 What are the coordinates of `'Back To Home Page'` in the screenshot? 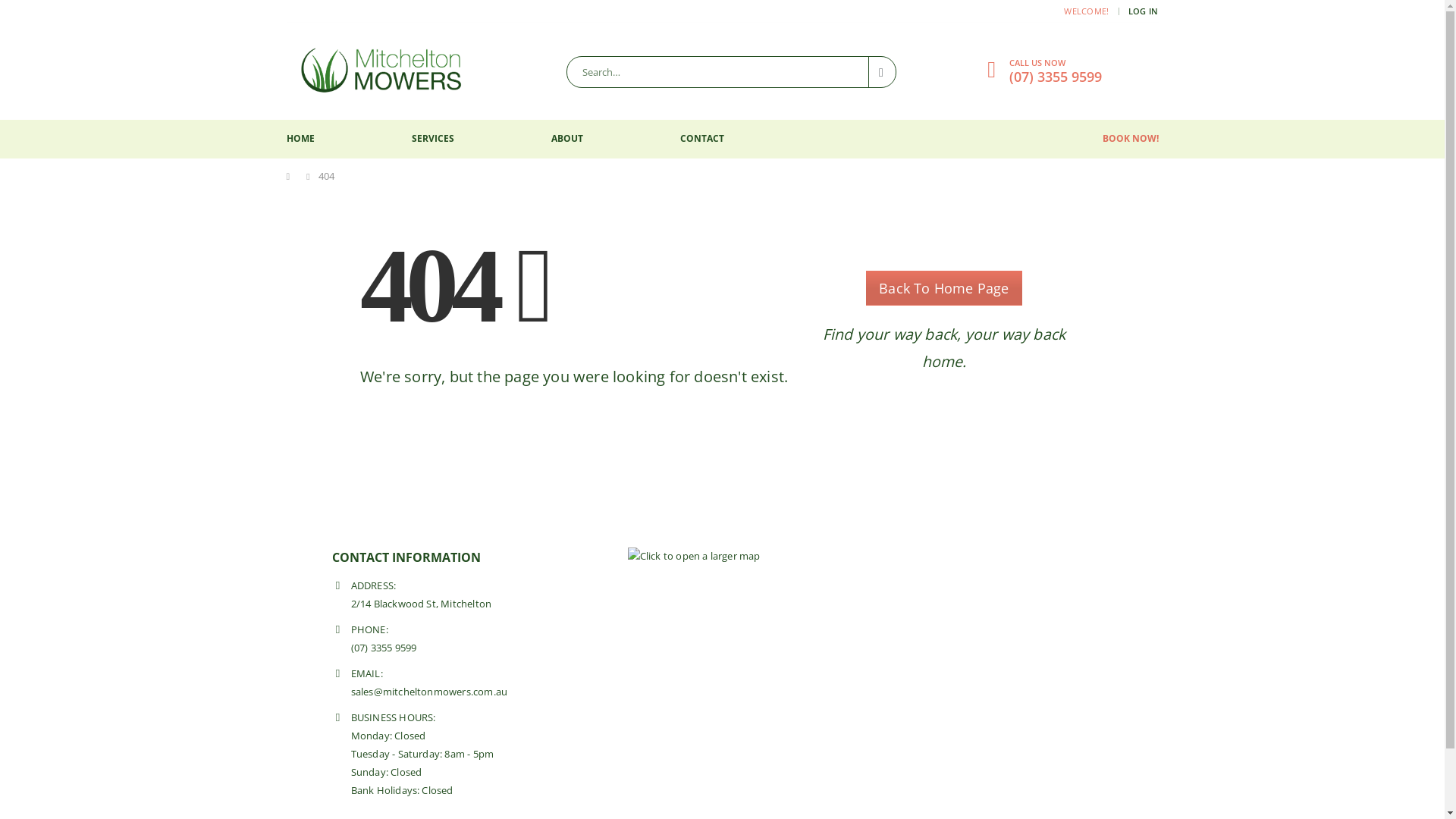 It's located at (943, 288).